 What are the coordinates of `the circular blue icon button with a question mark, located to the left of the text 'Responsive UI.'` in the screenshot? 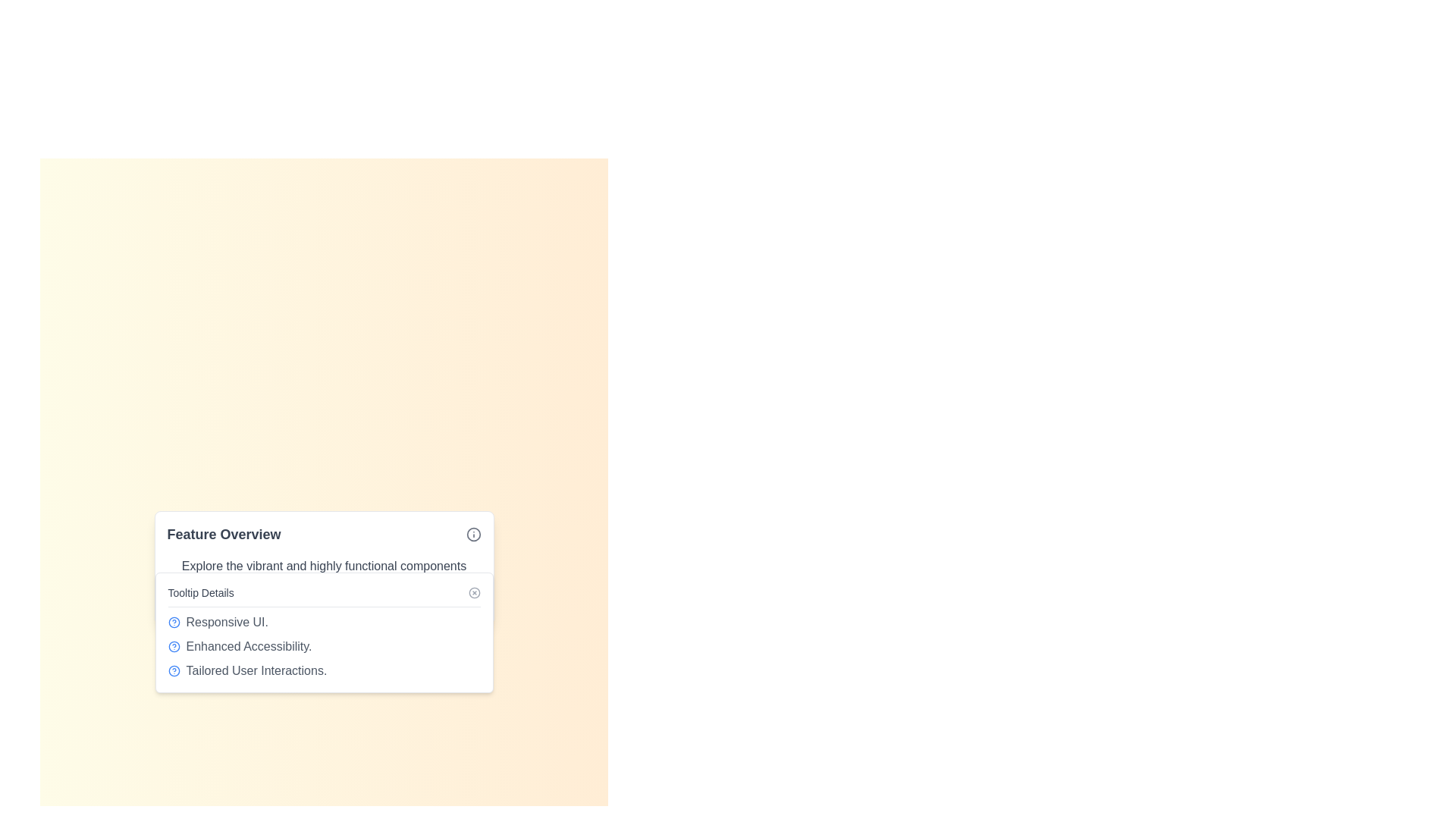 It's located at (174, 623).